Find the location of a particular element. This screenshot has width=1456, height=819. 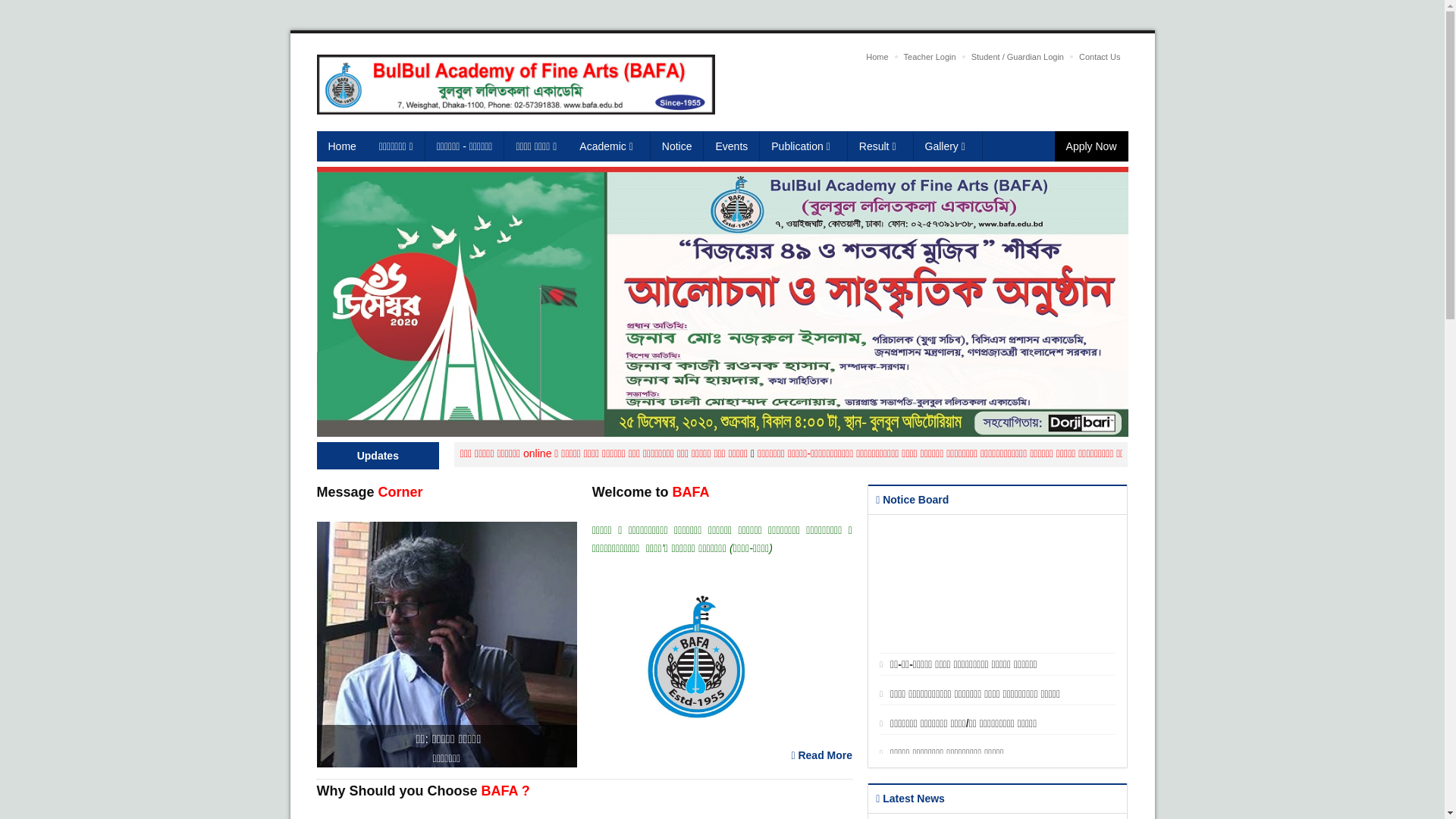

'Apply Now' is located at coordinates (1054, 146).